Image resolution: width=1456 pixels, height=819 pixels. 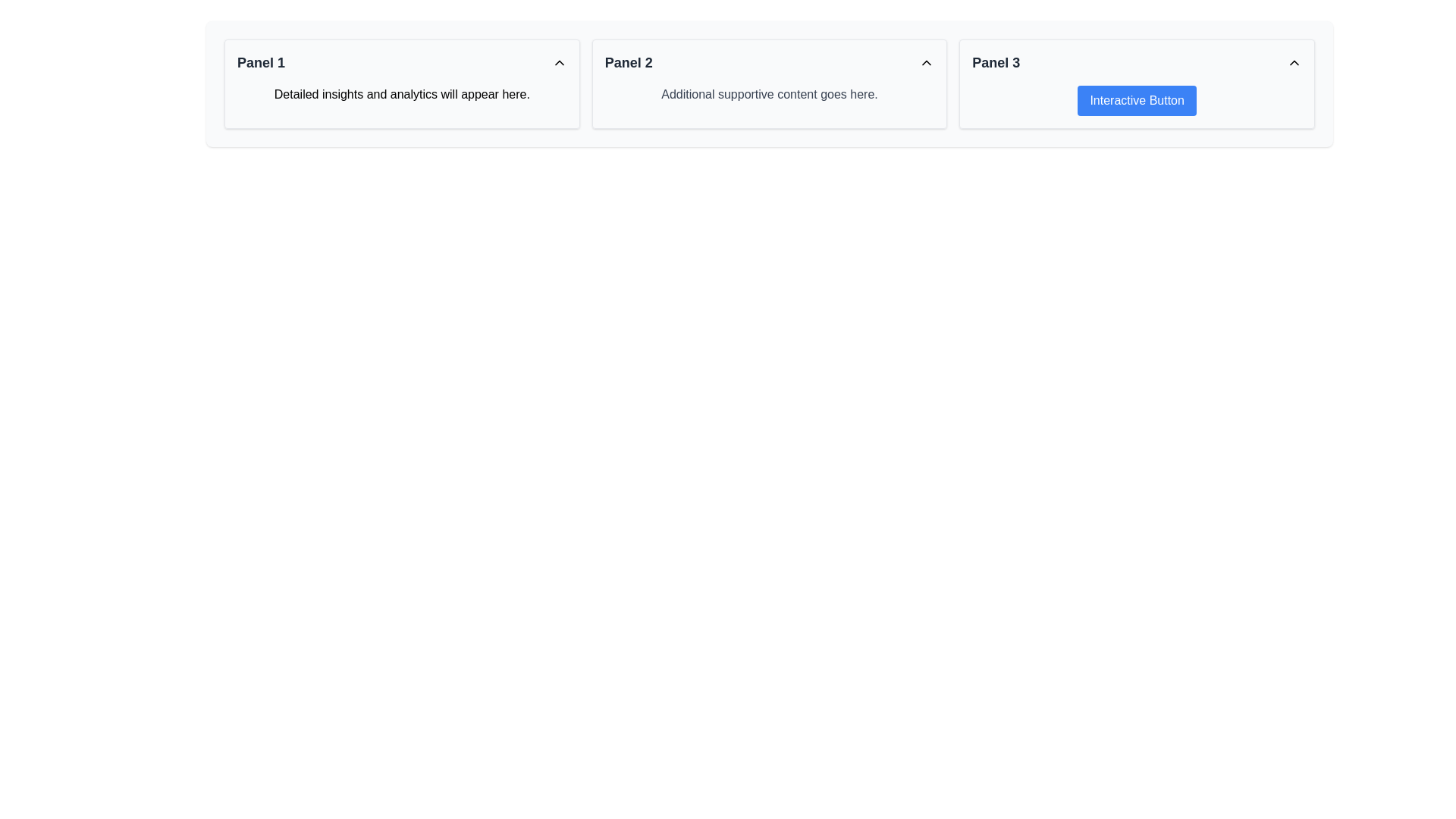 I want to click on the static text content element located in 'Panel 2', which is directly underneath the panel title, so click(x=769, y=94).